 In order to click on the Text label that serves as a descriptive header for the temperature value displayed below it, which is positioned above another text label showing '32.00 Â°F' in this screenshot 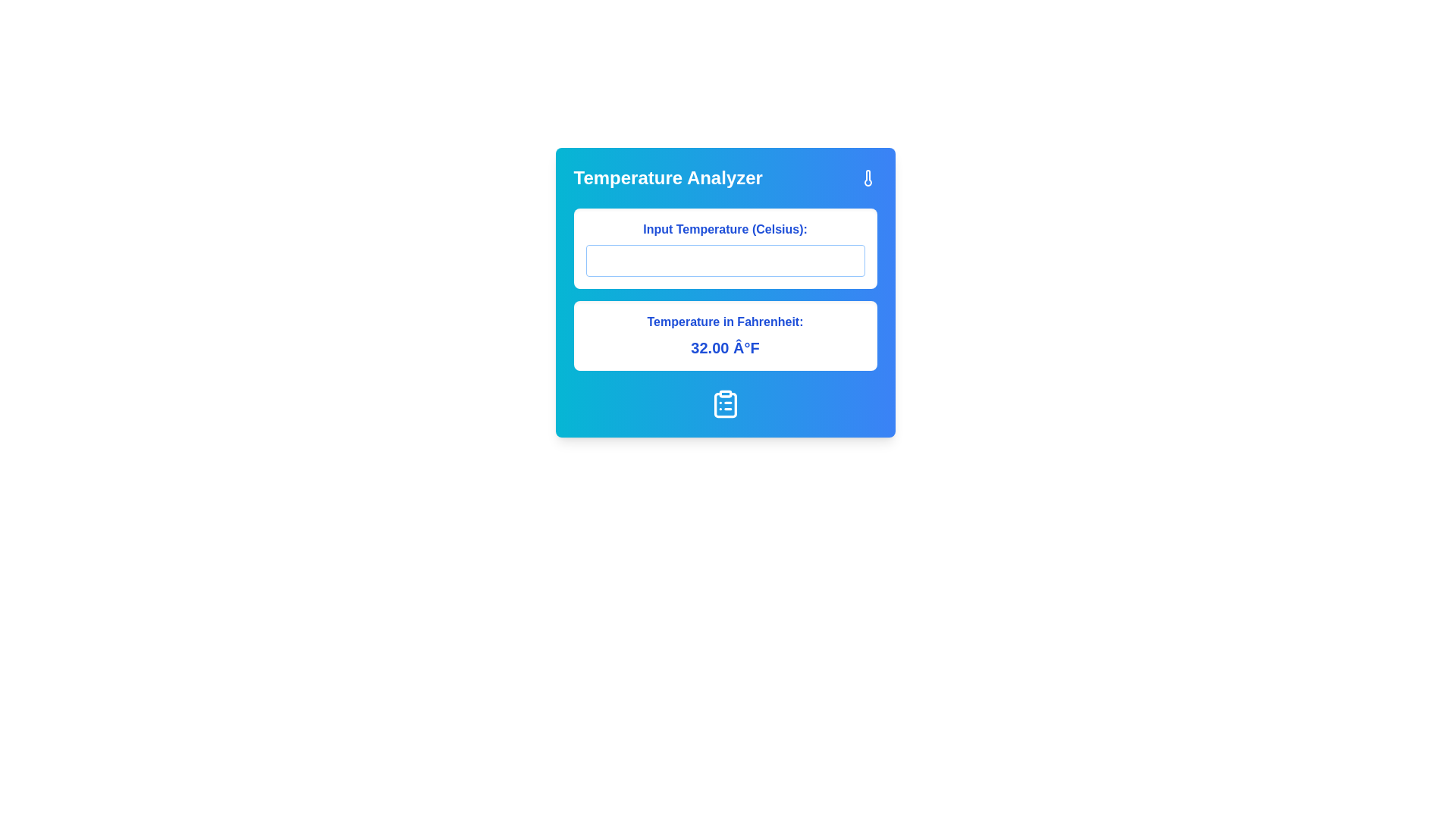, I will do `click(724, 321)`.